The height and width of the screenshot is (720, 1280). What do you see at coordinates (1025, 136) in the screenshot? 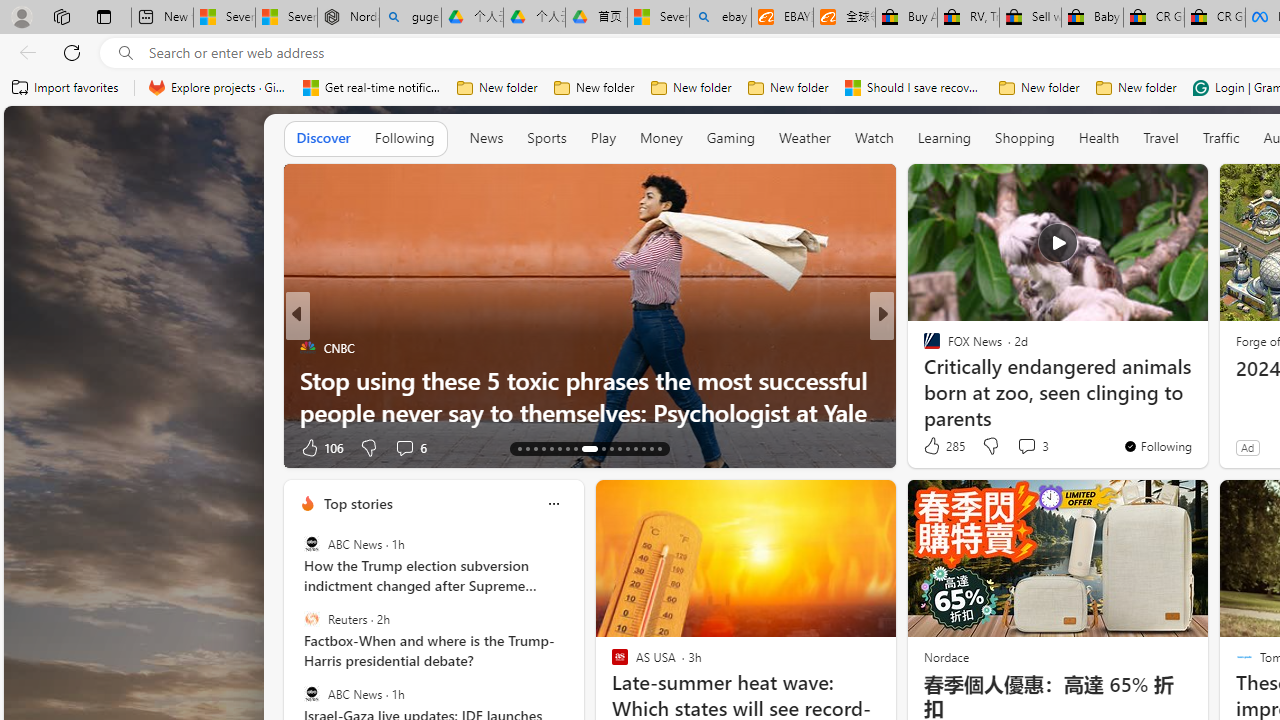
I see `'Shopping'` at bounding box center [1025, 136].